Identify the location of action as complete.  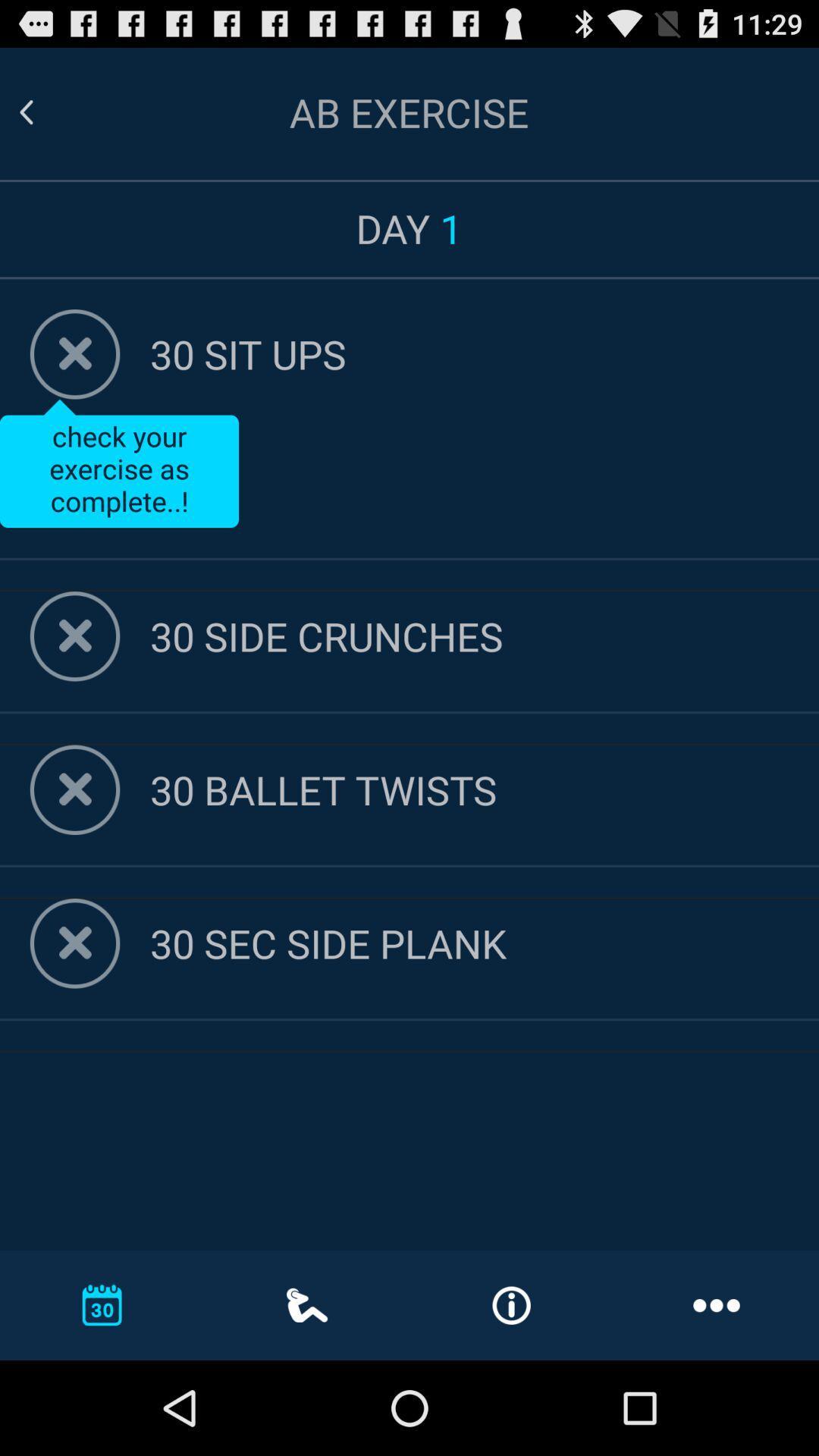
(75, 636).